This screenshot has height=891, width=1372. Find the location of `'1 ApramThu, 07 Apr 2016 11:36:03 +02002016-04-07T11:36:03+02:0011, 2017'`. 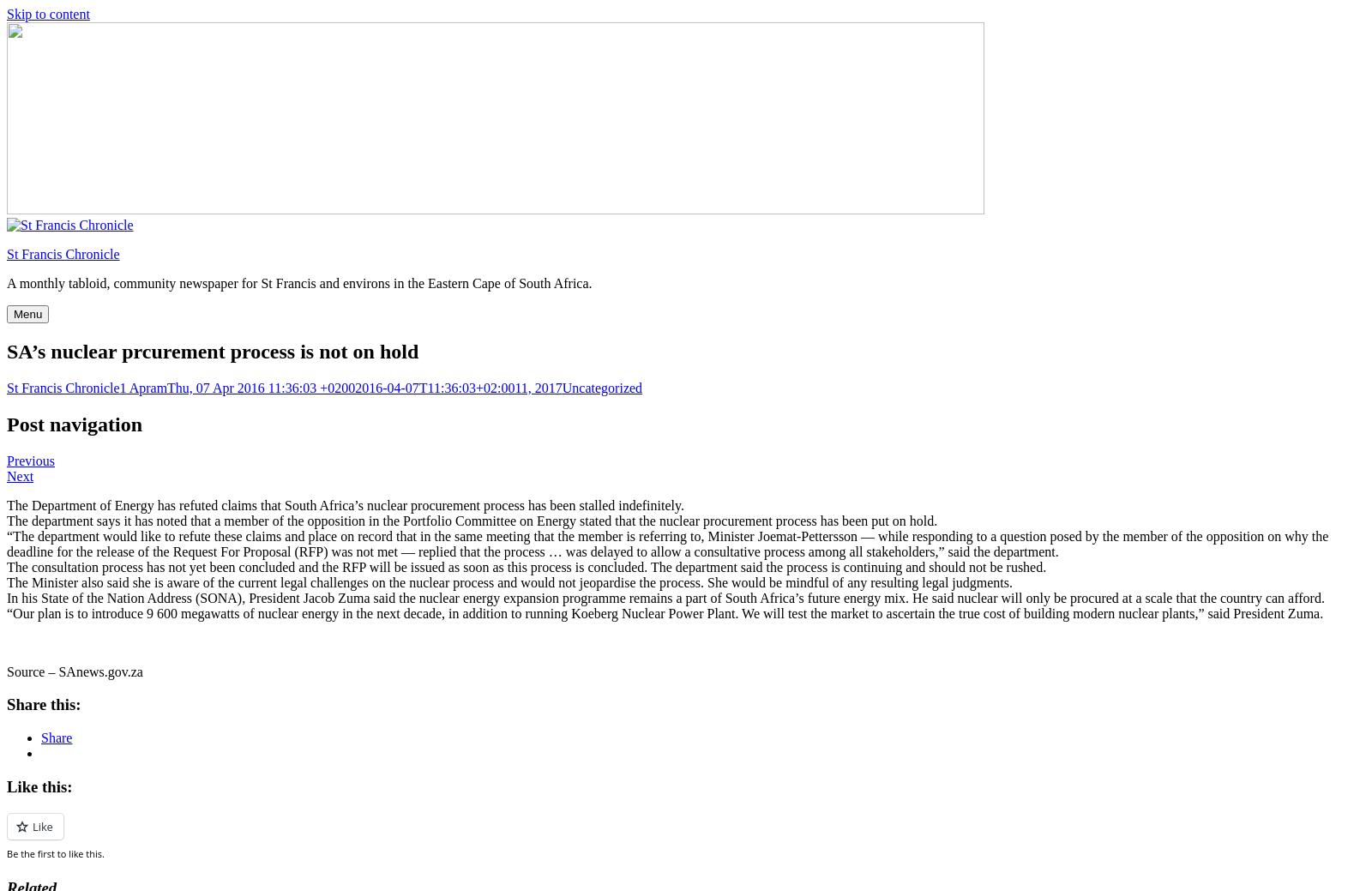

'1 ApramThu, 07 Apr 2016 11:36:03 +02002016-04-07T11:36:03+02:0011, 2017' is located at coordinates (340, 386).